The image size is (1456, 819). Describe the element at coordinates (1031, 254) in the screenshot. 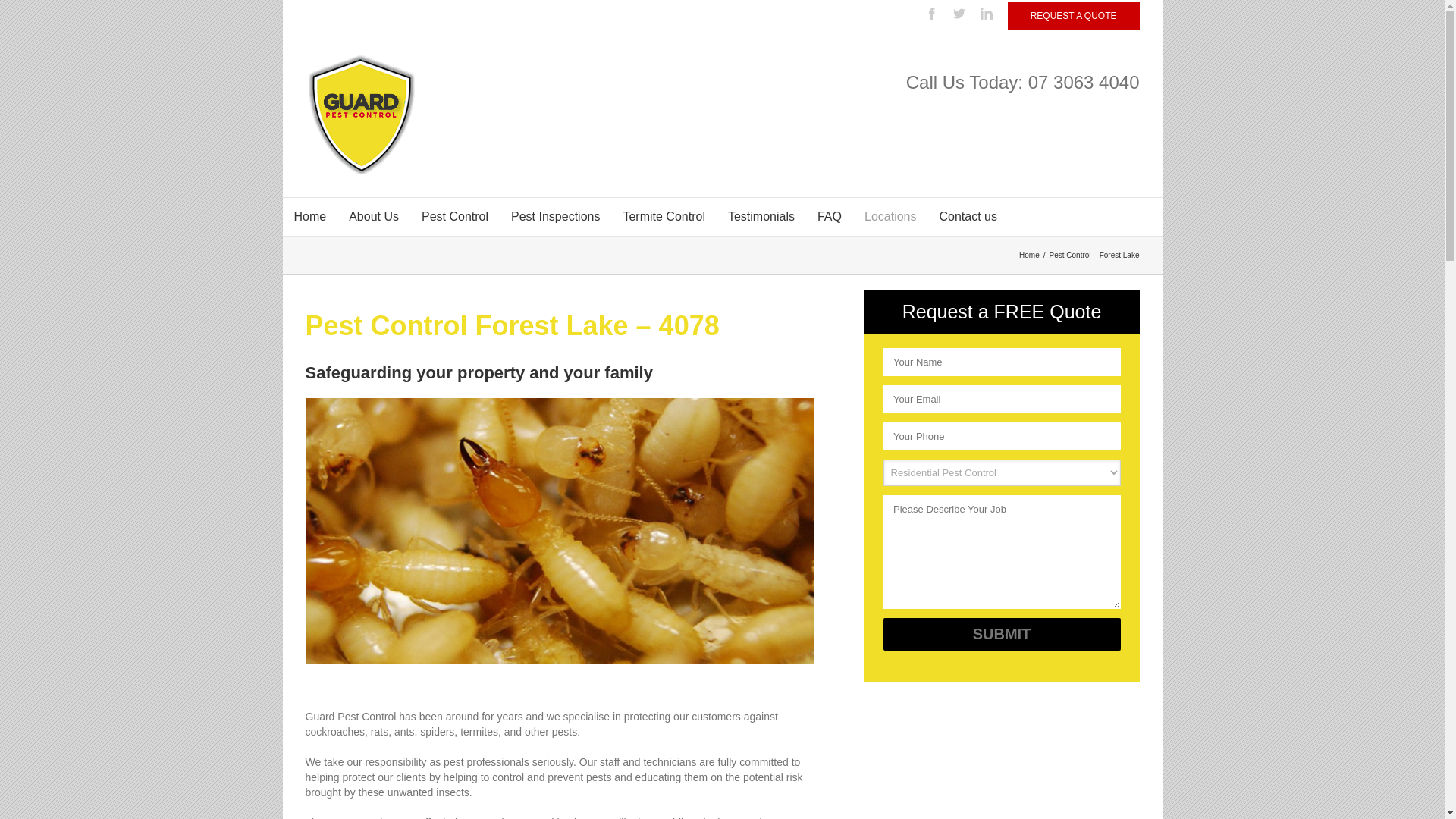

I see `'Home'` at that location.